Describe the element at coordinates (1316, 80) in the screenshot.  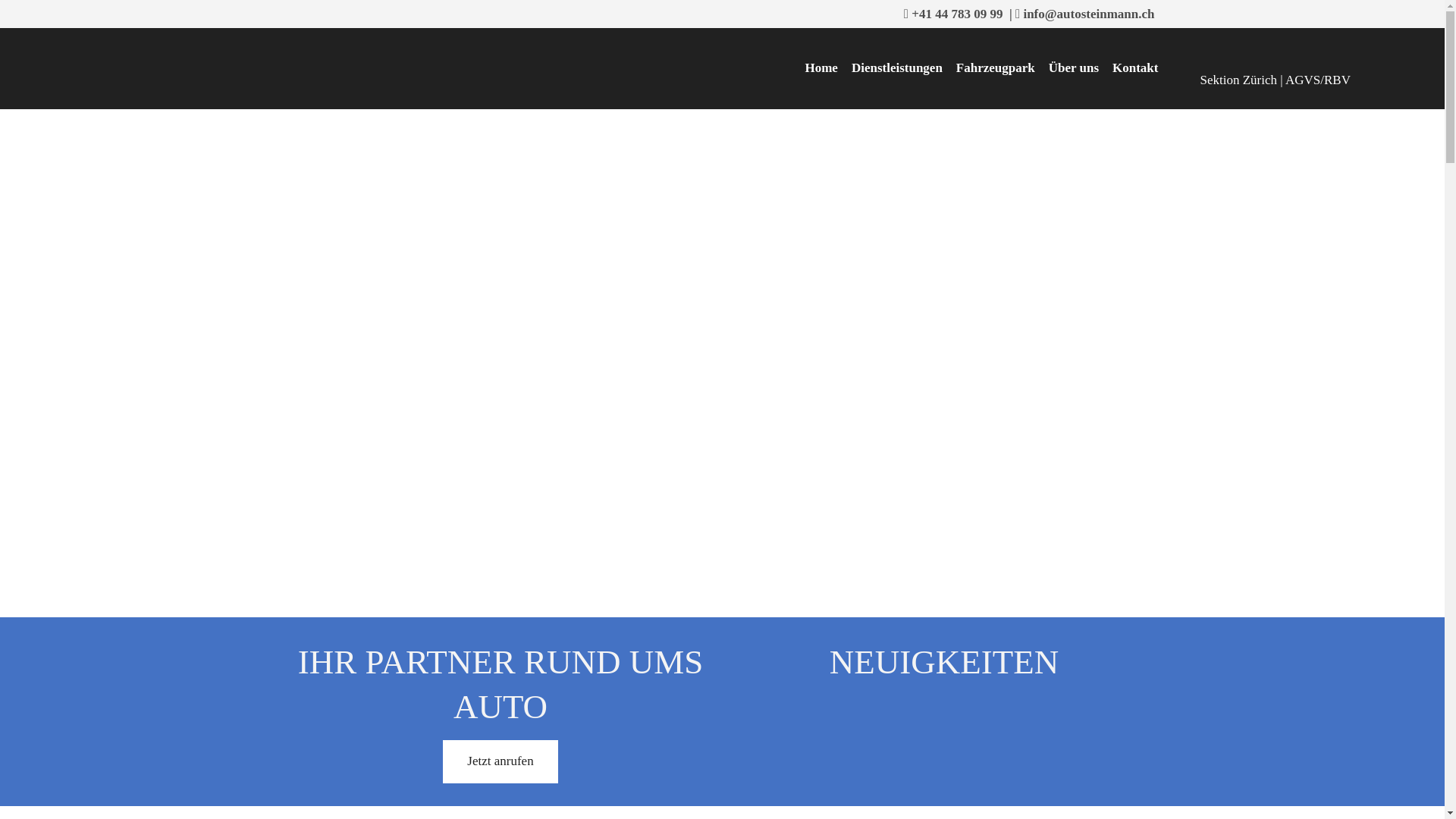
I see `'AGVS/RBV'` at that location.